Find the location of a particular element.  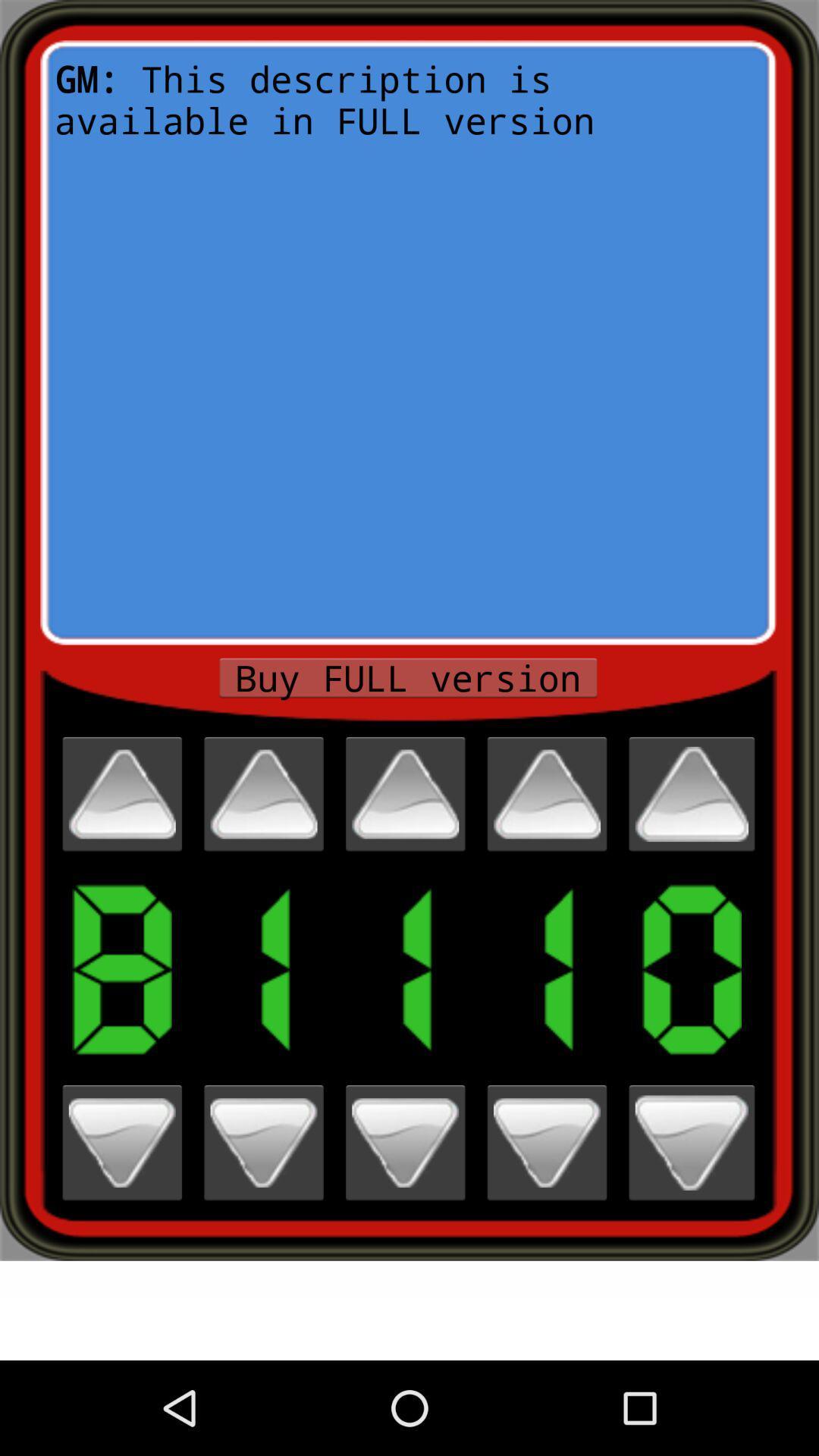

the expand_more icon is located at coordinates (404, 1222).